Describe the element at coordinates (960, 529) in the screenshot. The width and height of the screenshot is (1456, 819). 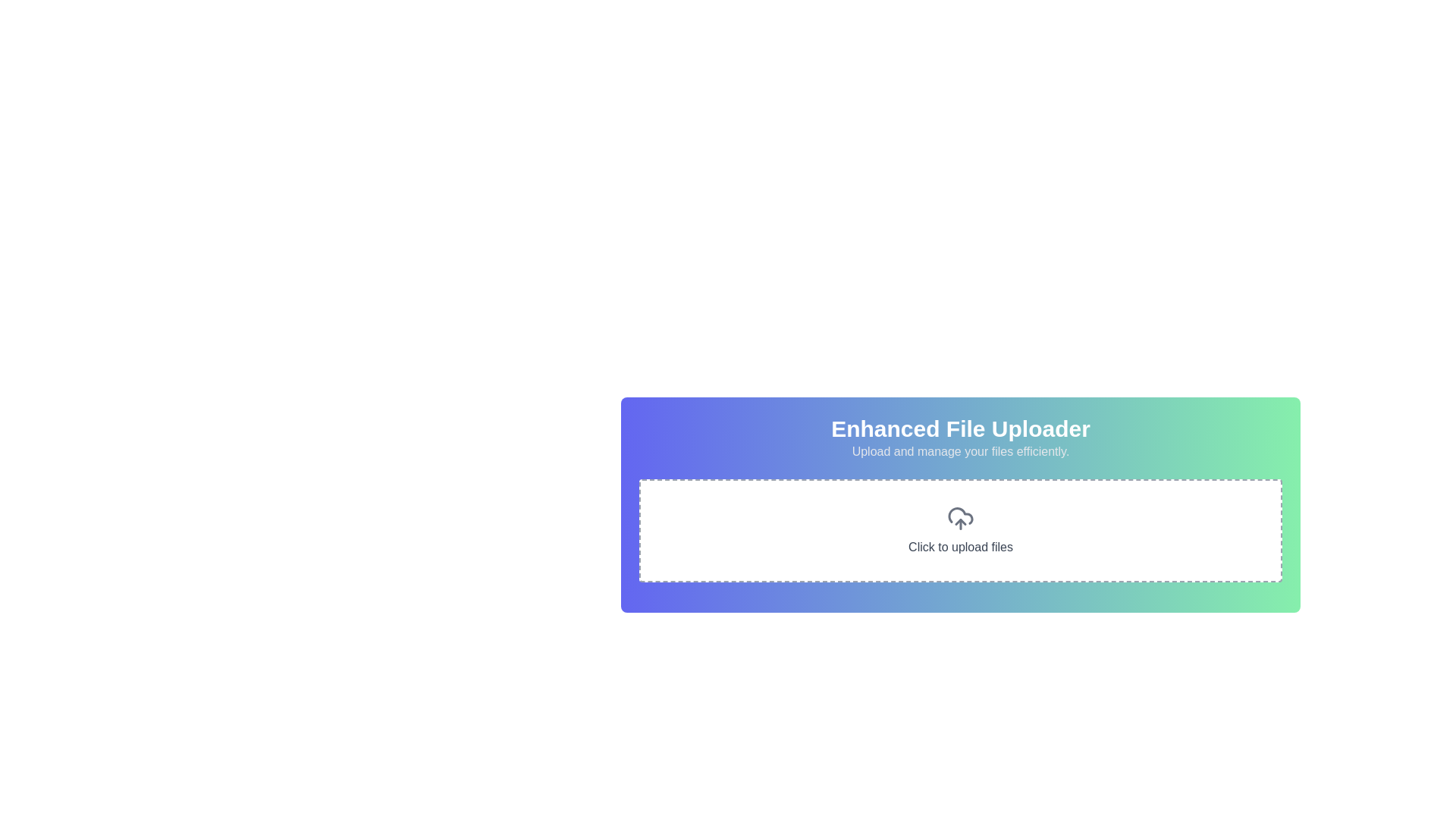
I see `the file upload area, which is a dashed-bordered rectangular area with a white background and an upload cloud icon above the text 'Click to upload files', to initiate the file upload` at that location.